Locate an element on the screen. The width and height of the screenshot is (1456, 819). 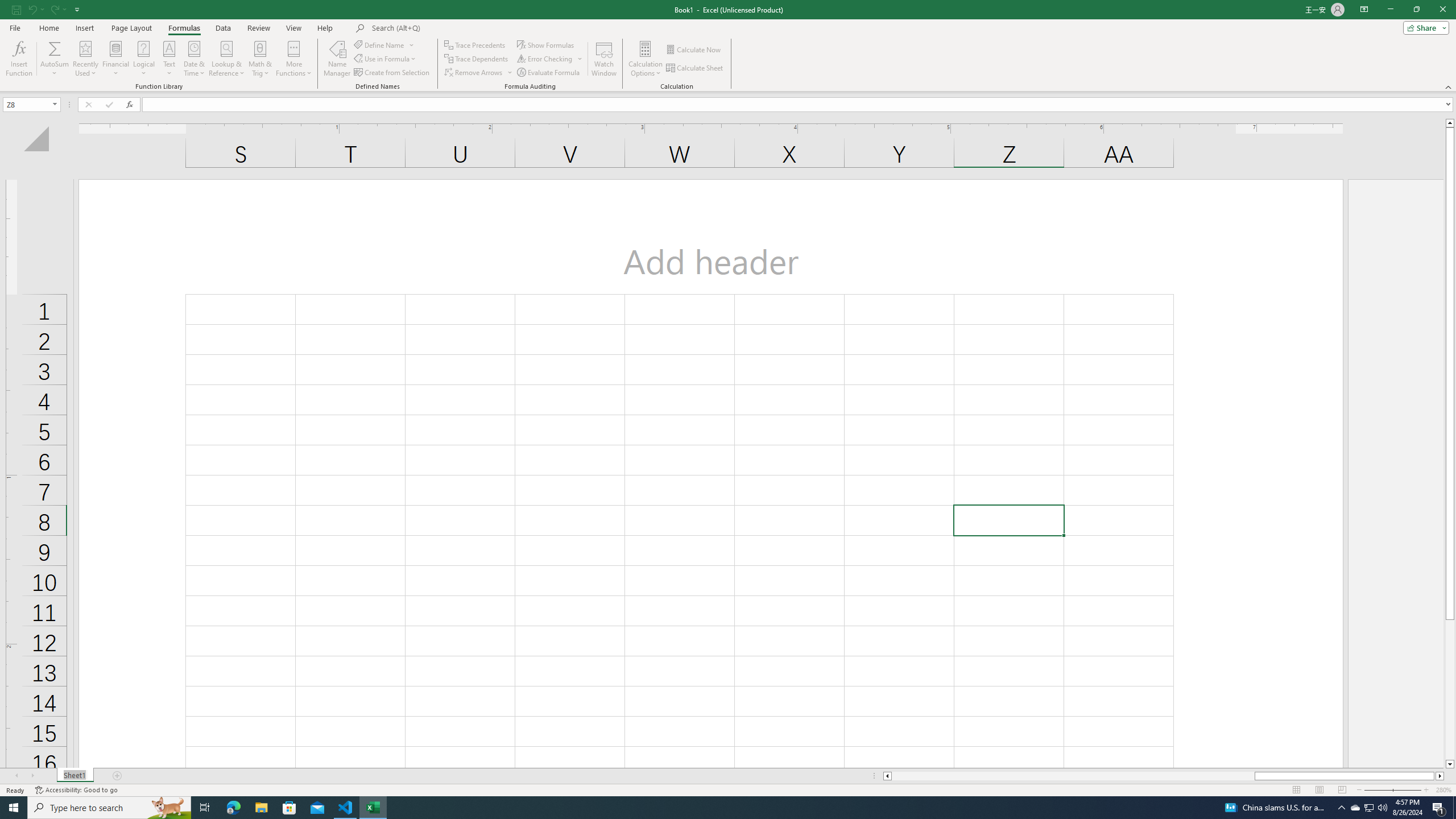
'Define Name' is located at coordinates (383, 44).